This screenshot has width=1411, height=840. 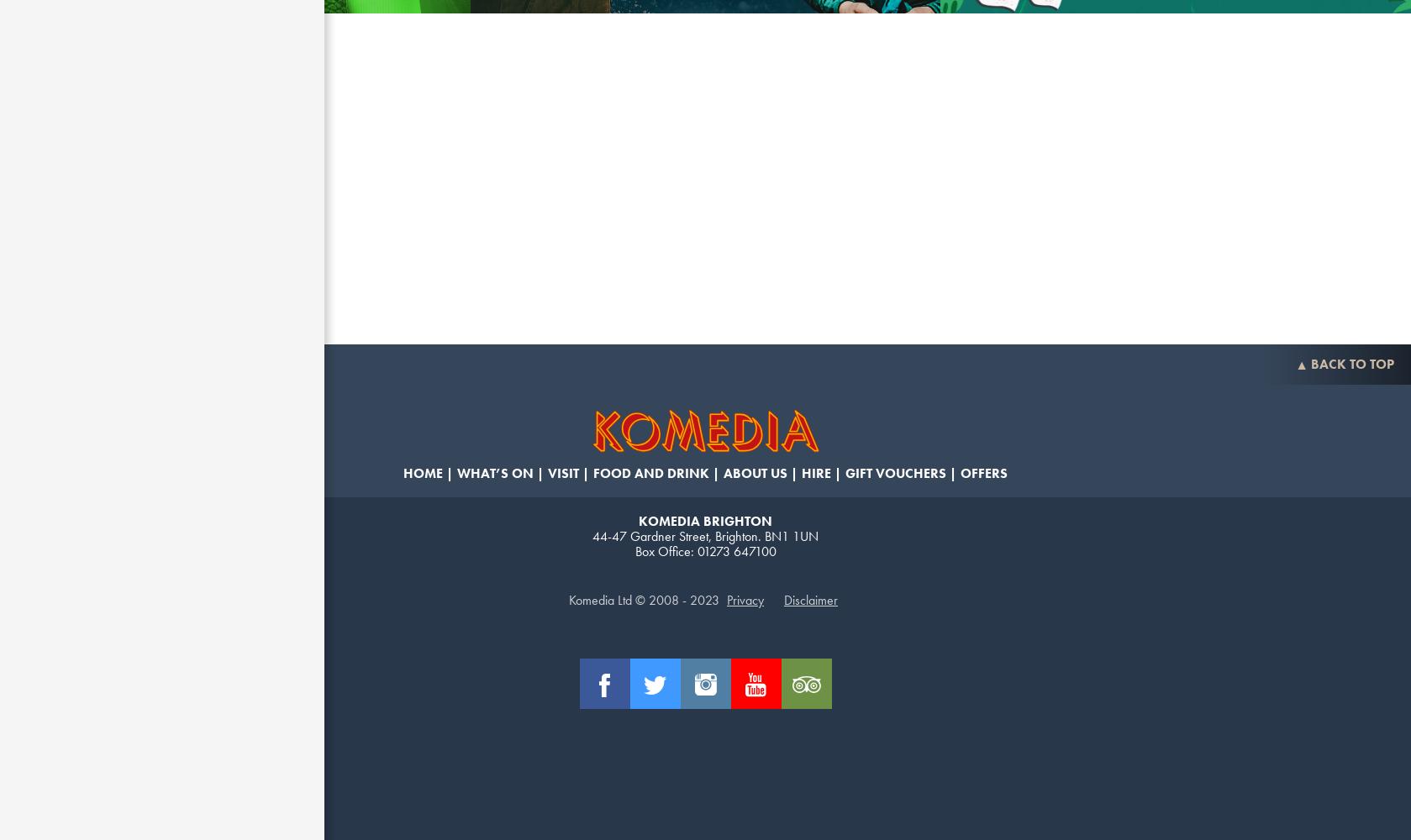 What do you see at coordinates (644, 599) in the screenshot?
I see `'Komedia Ltd © 2008 - 2023'` at bounding box center [644, 599].